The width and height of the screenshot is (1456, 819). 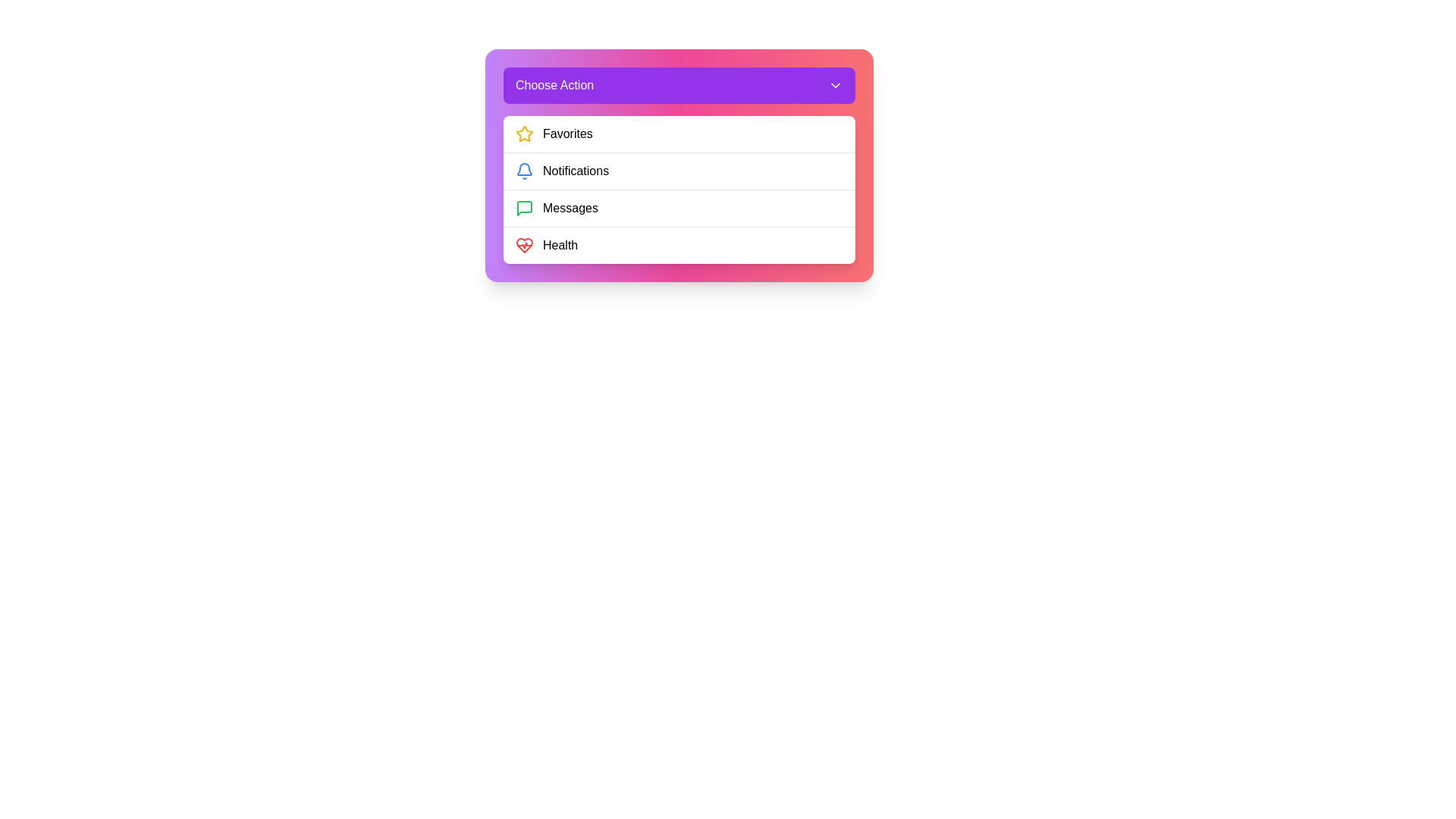 I want to click on the blue bell icon located as the second item in the vertical list under the 'Choose Action' dropdown menu, so click(x=524, y=169).